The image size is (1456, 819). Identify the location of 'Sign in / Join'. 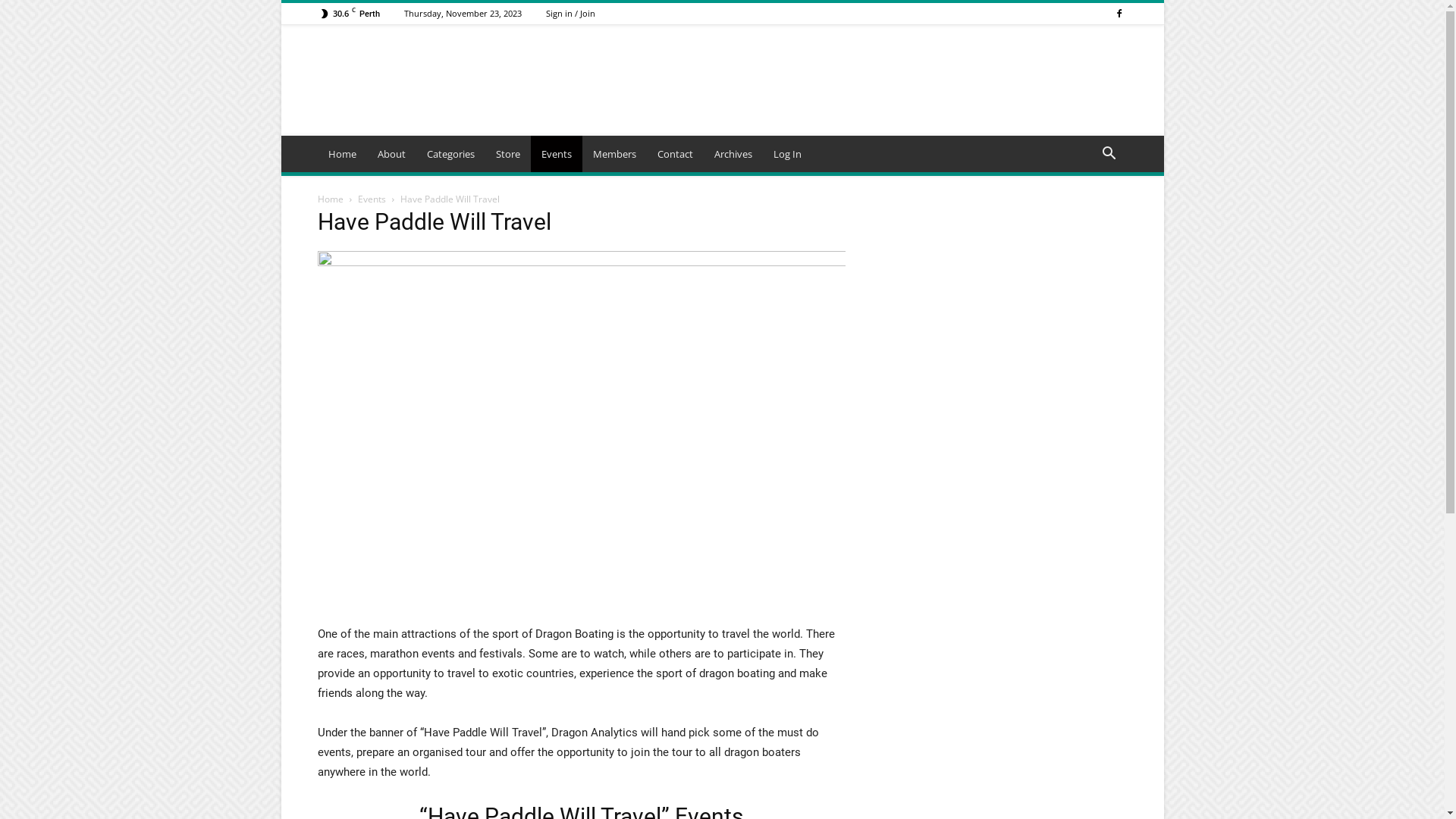
(570, 13).